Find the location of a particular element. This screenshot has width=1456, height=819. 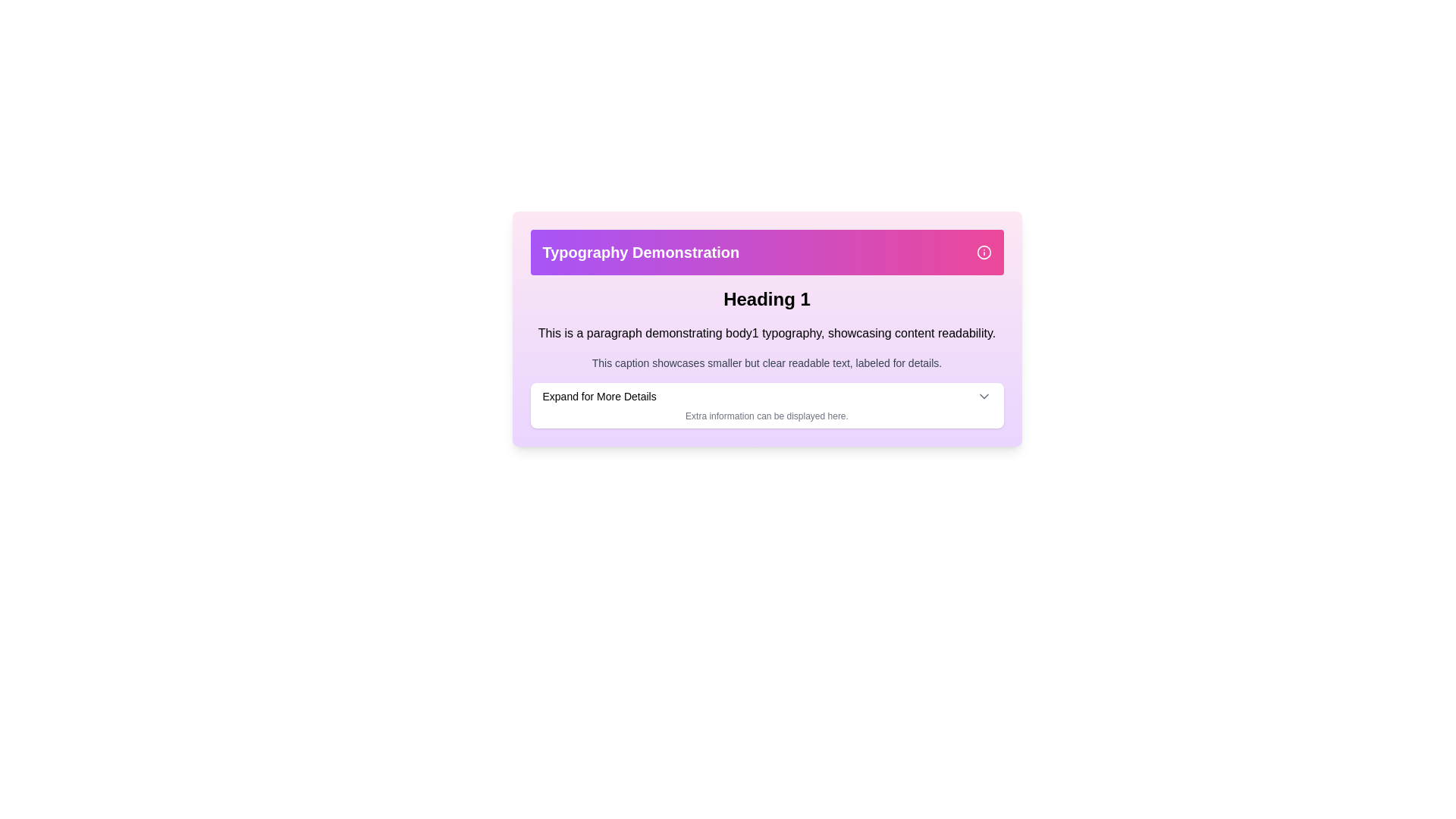

the circular shape representing the outer boundary of the information icon located in the top-right corner of the purple header bar is located at coordinates (984, 251).